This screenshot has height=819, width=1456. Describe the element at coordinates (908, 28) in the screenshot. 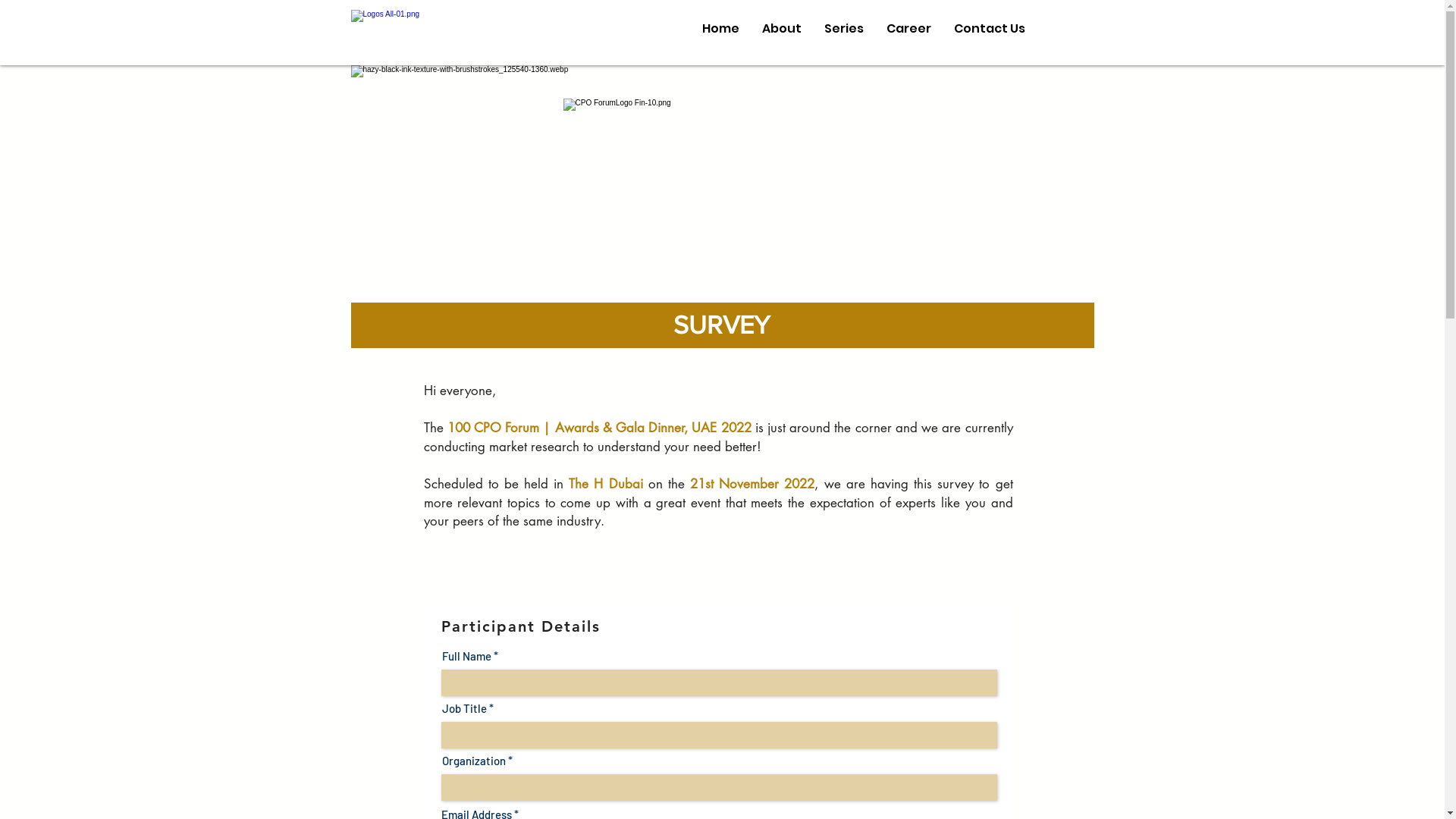

I see `'Career'` at that location.